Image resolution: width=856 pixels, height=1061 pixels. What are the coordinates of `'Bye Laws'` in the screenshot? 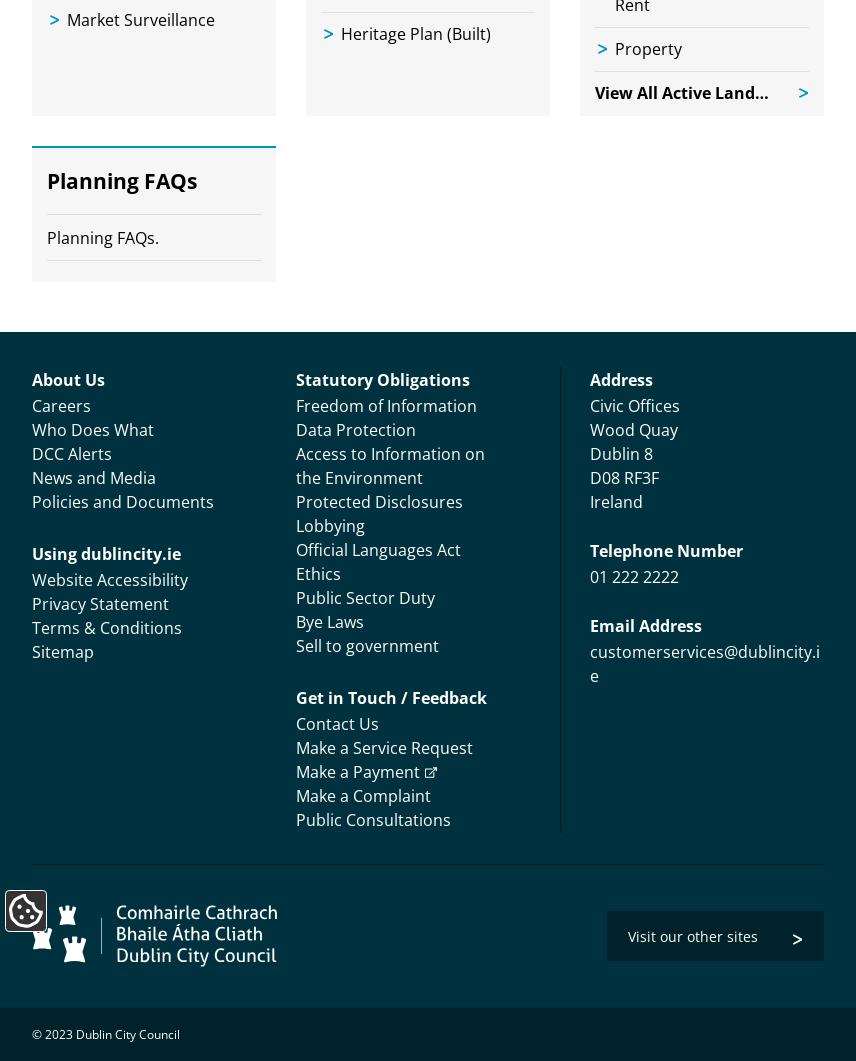 It's located at (327, 620).